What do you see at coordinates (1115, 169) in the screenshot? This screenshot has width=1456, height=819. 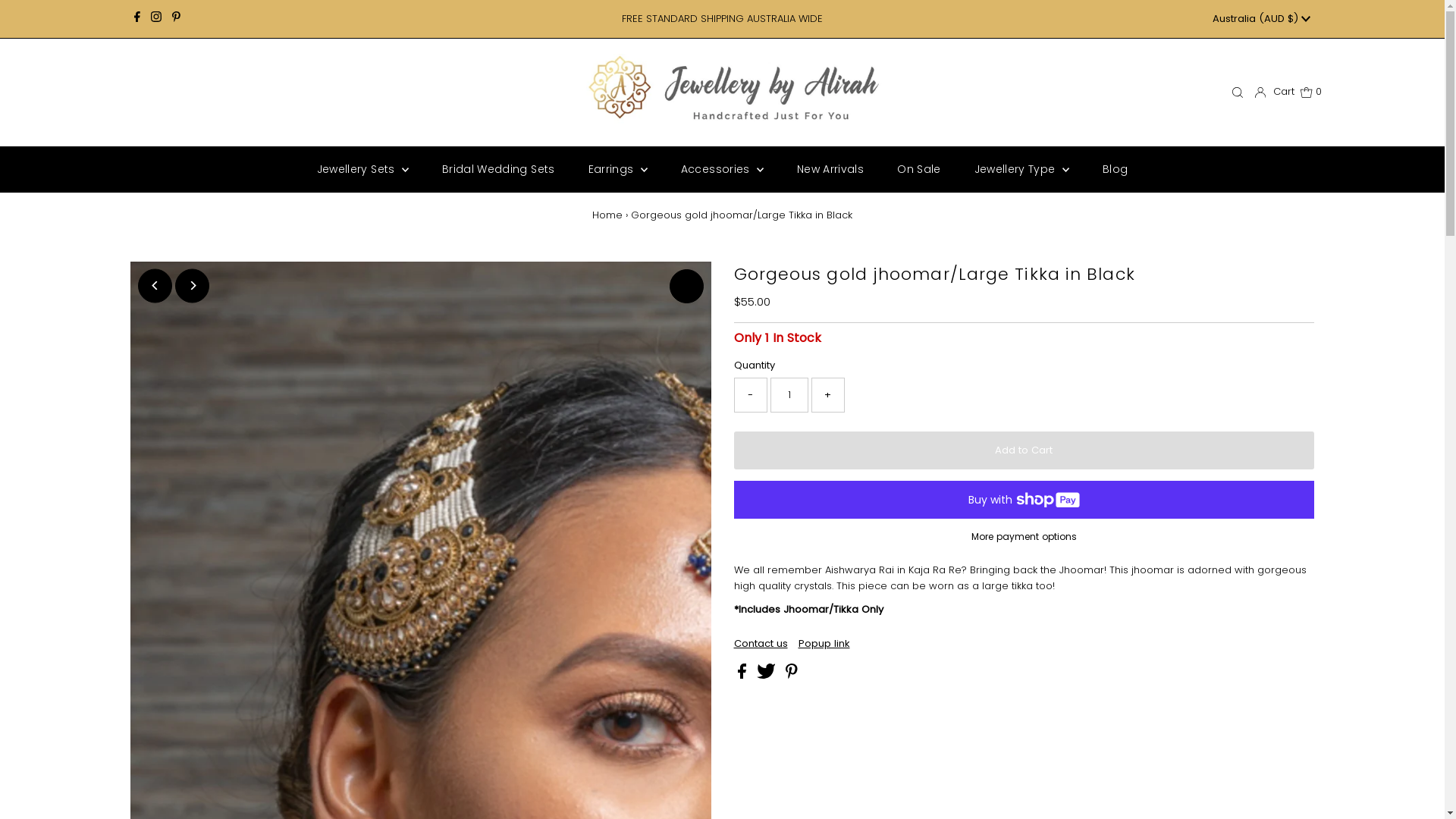 I see `'Blog'` at bounding box center [1115, 169].